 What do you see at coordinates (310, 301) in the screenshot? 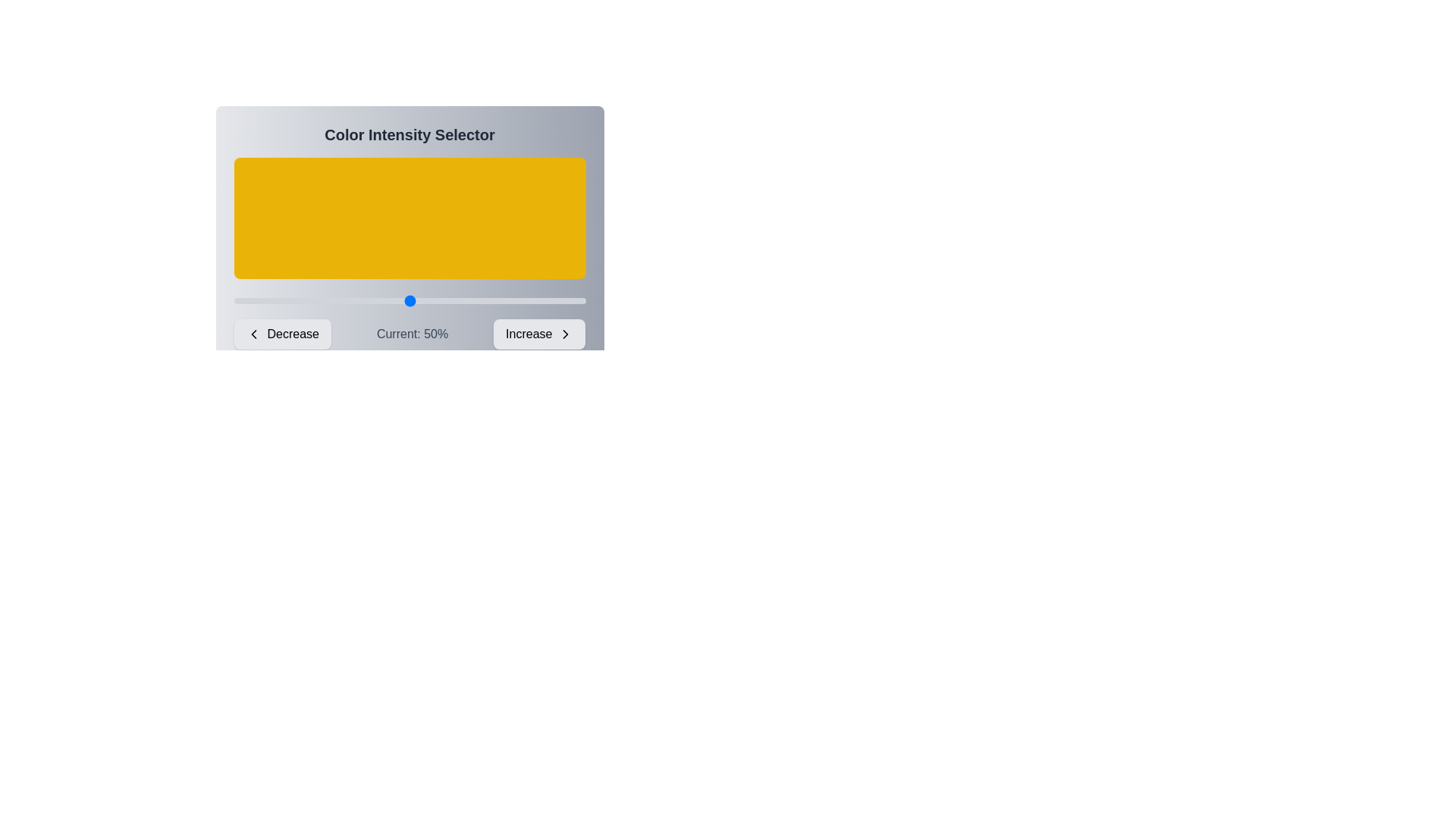
I see `color intensity` at bounding box center [310, 301].